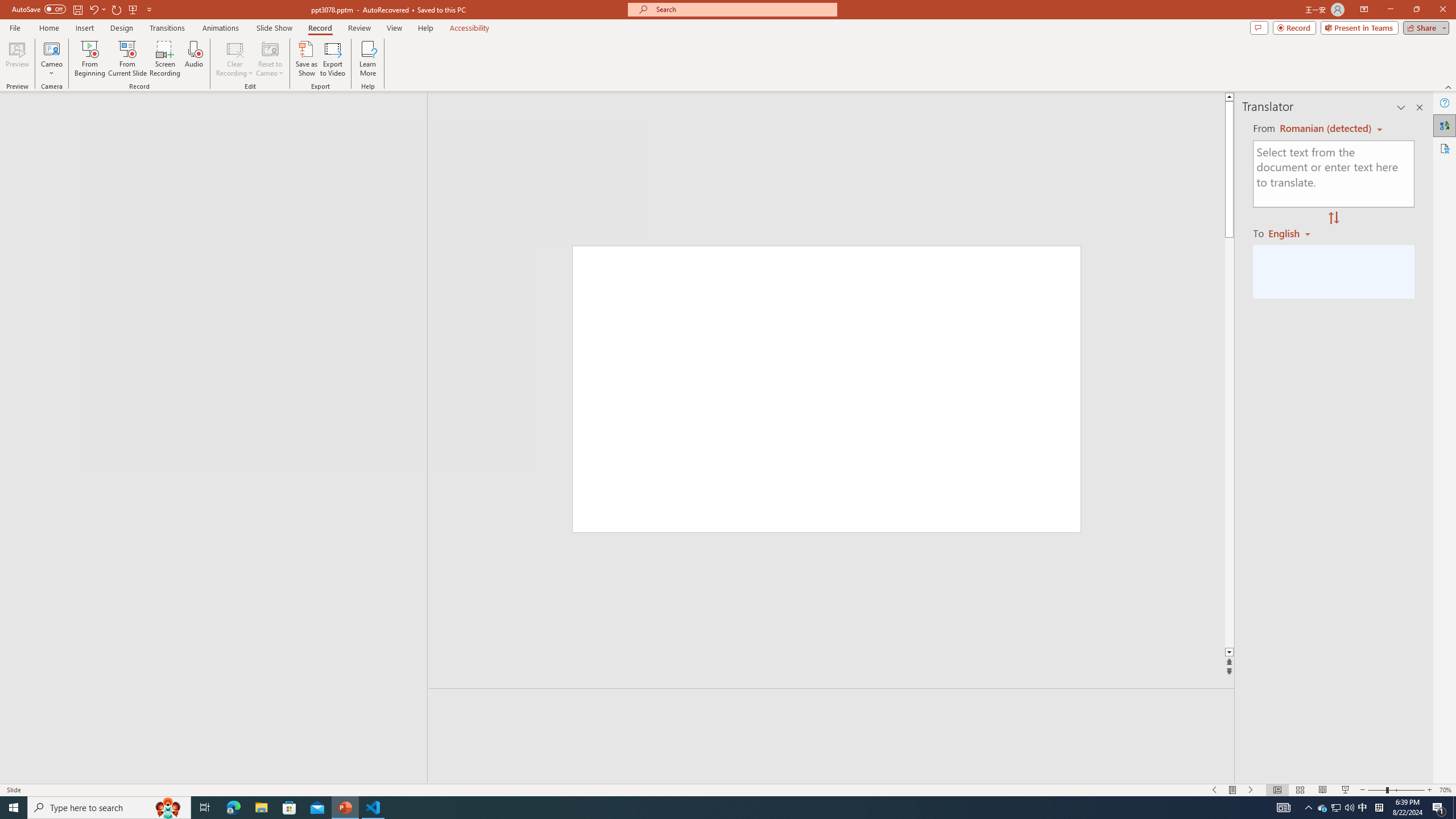  What do you see at coordinates (1322, 790) in the screenshot?
I see `'Reading View'` at bounding box center [1322, 790].